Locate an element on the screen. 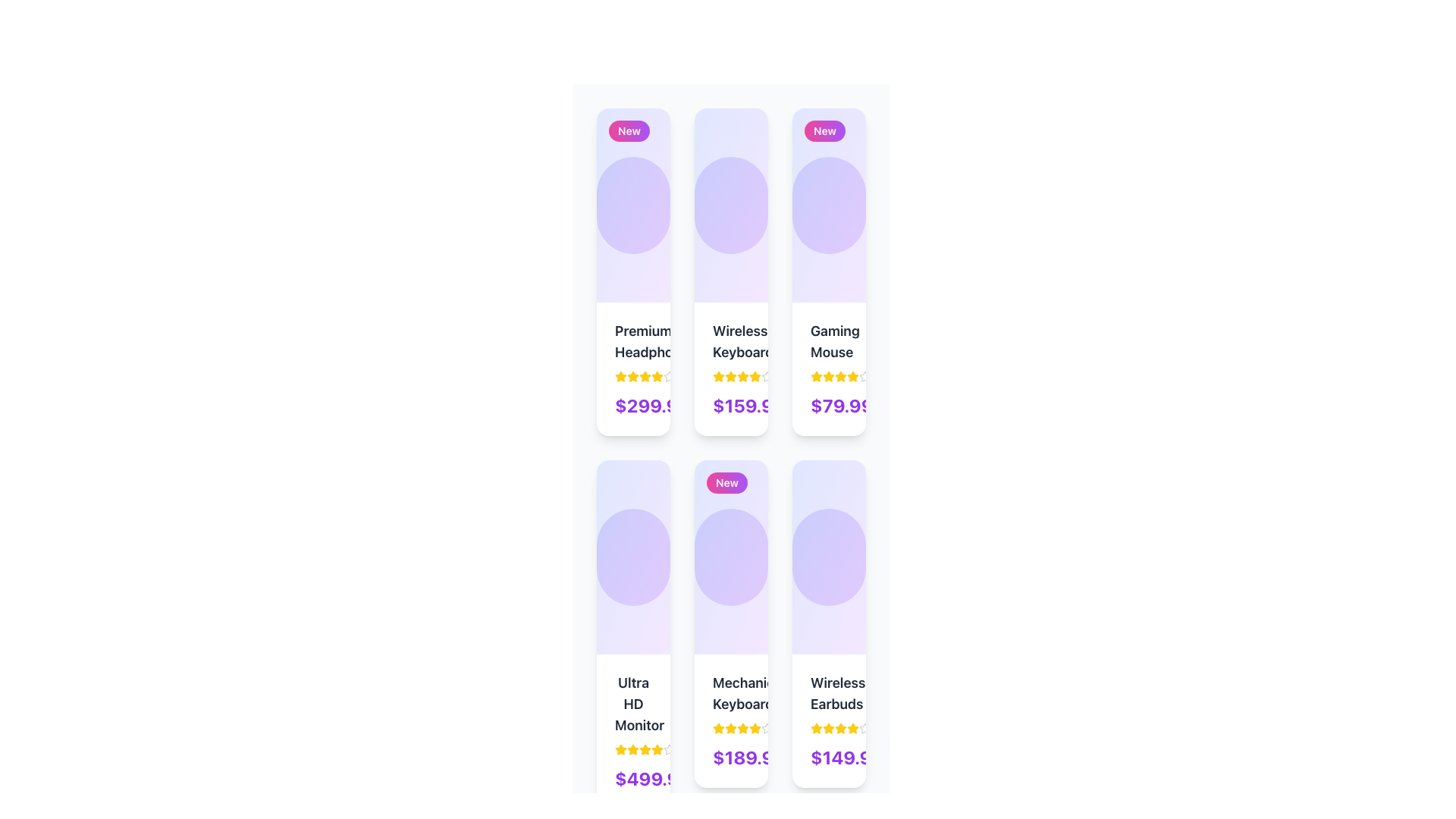  the third yellow star icon in the rating component for the 'Wireless Earbuds' product card is located at coordinates (828, 727).